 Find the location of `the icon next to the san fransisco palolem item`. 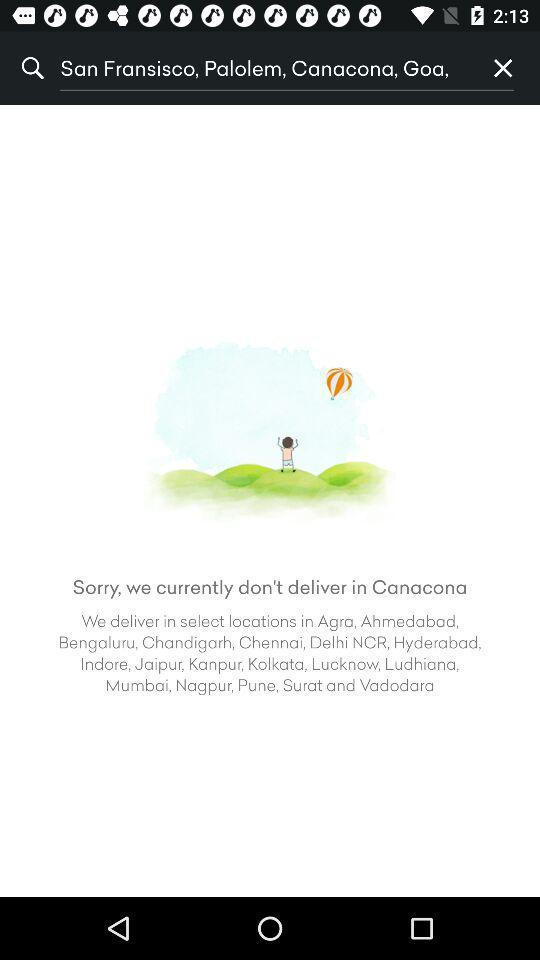

the icon next to the san fransisco palolem item is located at coordinates (502, 68).